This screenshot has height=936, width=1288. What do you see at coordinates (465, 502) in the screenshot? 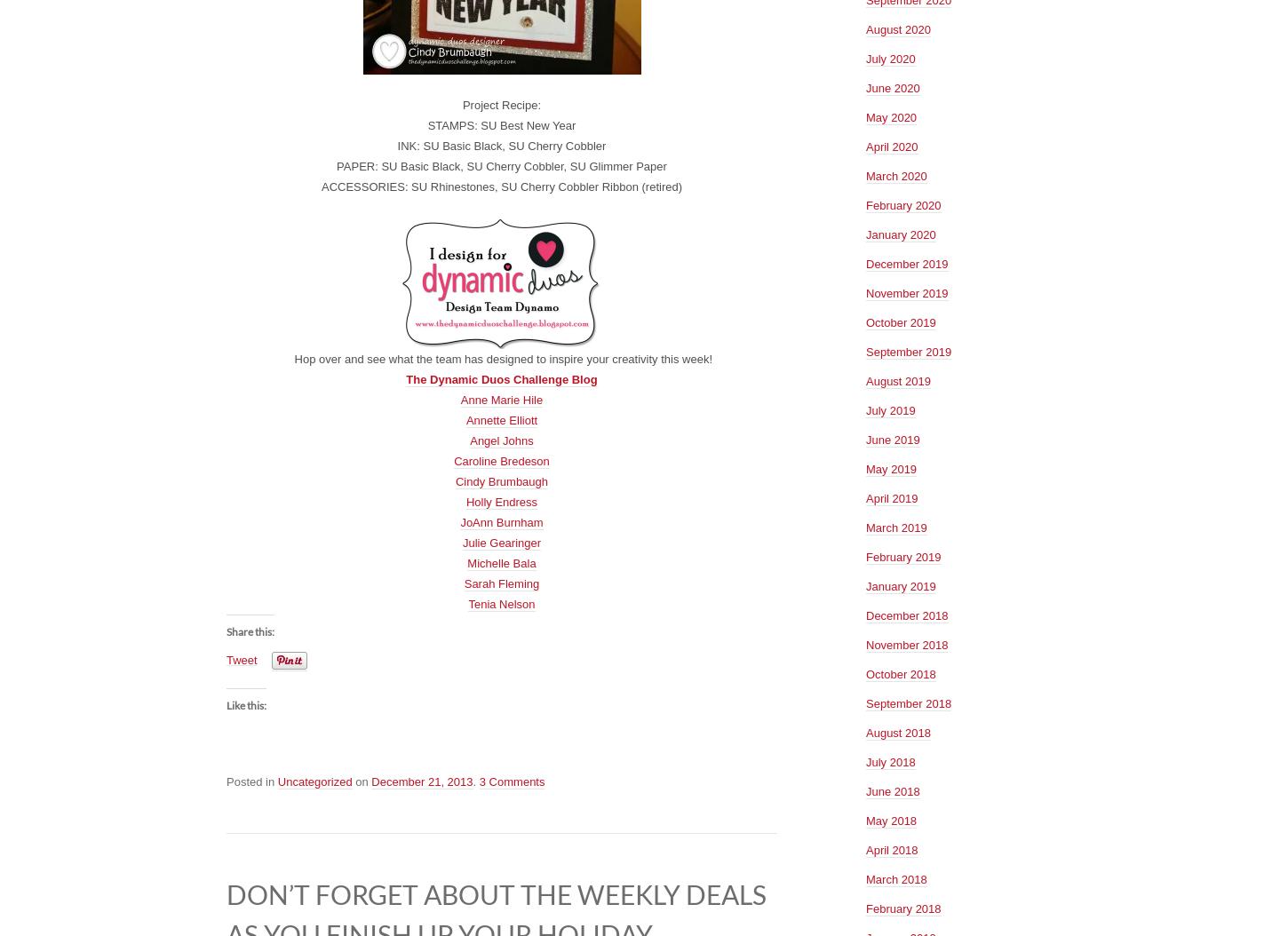
I see `'Holly Endress'` at bounding box center [465, 502].